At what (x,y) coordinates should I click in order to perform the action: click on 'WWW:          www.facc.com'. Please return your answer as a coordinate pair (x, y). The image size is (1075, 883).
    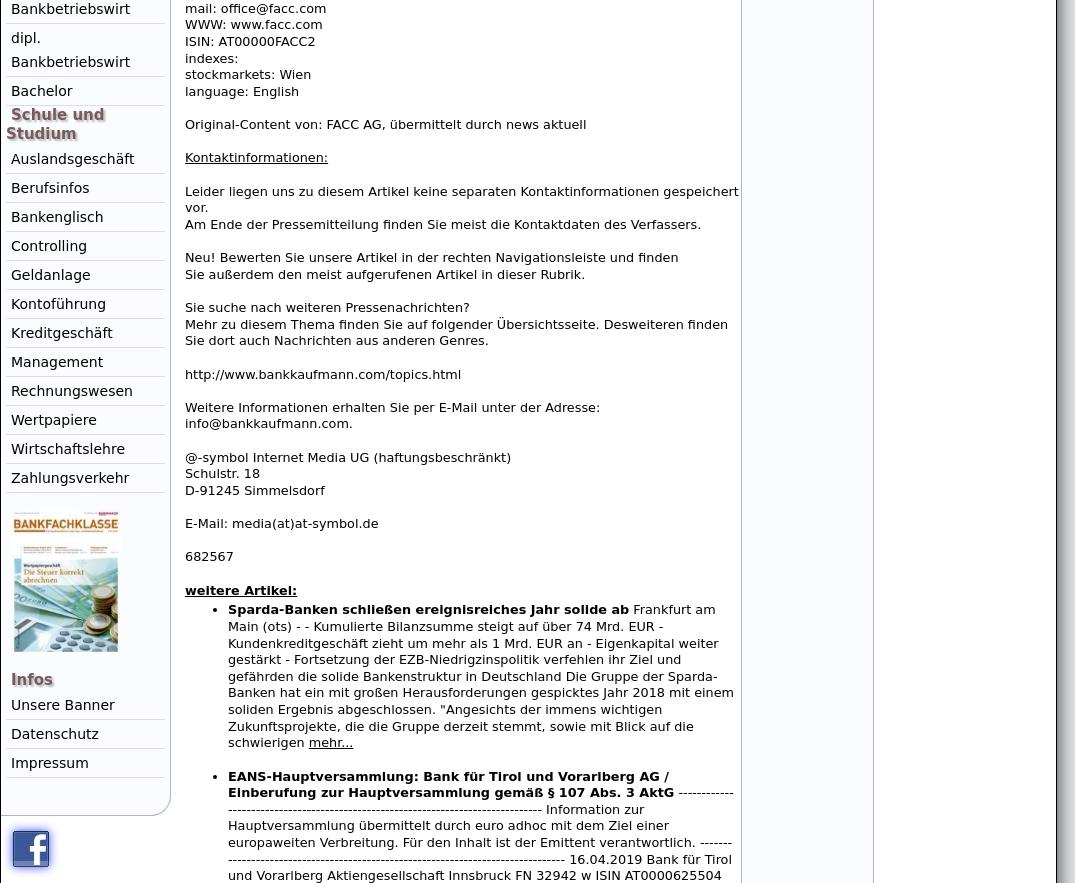
    Looking at the image, I should click on (253, 24).